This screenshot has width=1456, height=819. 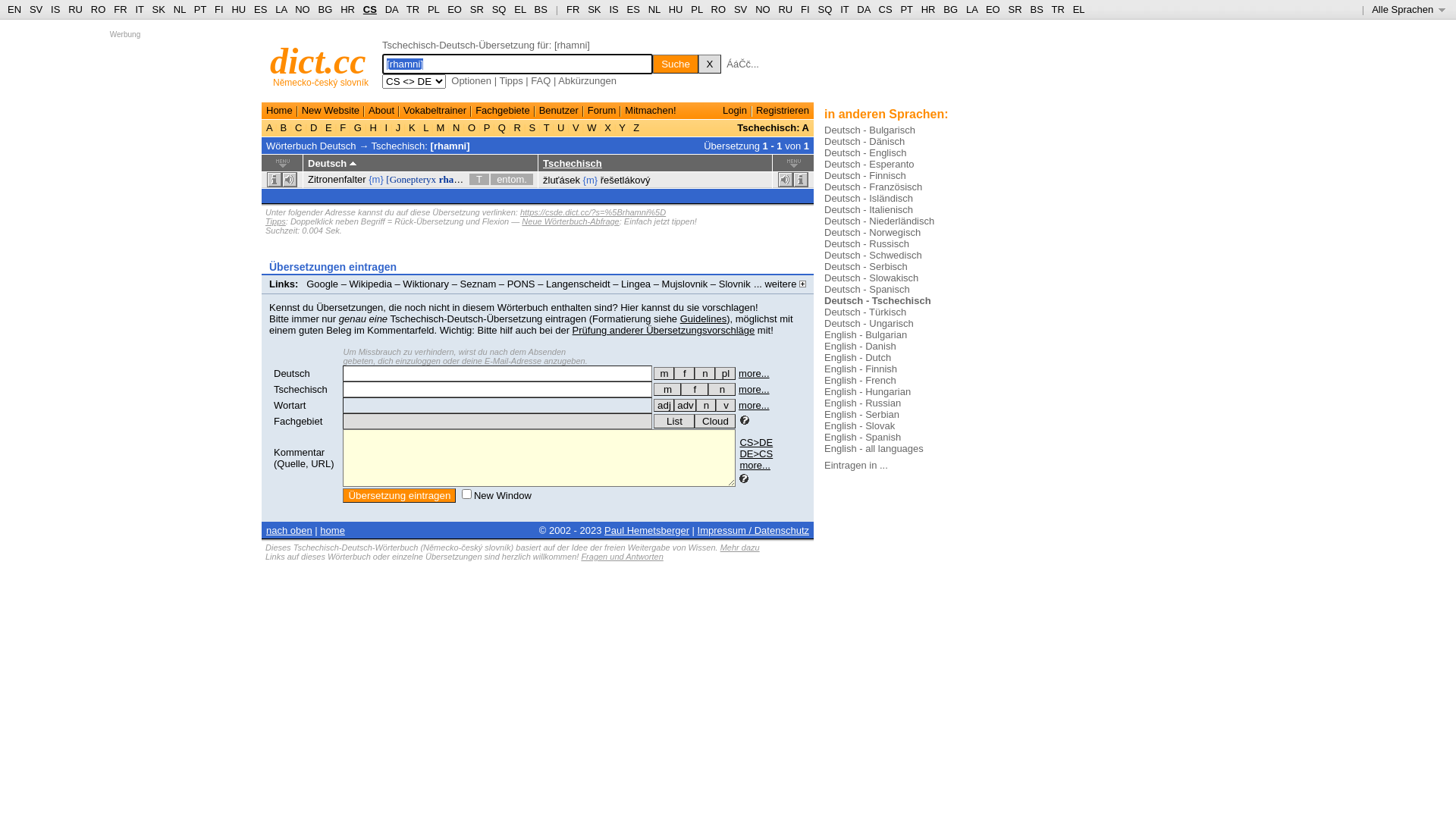 I want to click on 'more...', so click(x=753, y=373).